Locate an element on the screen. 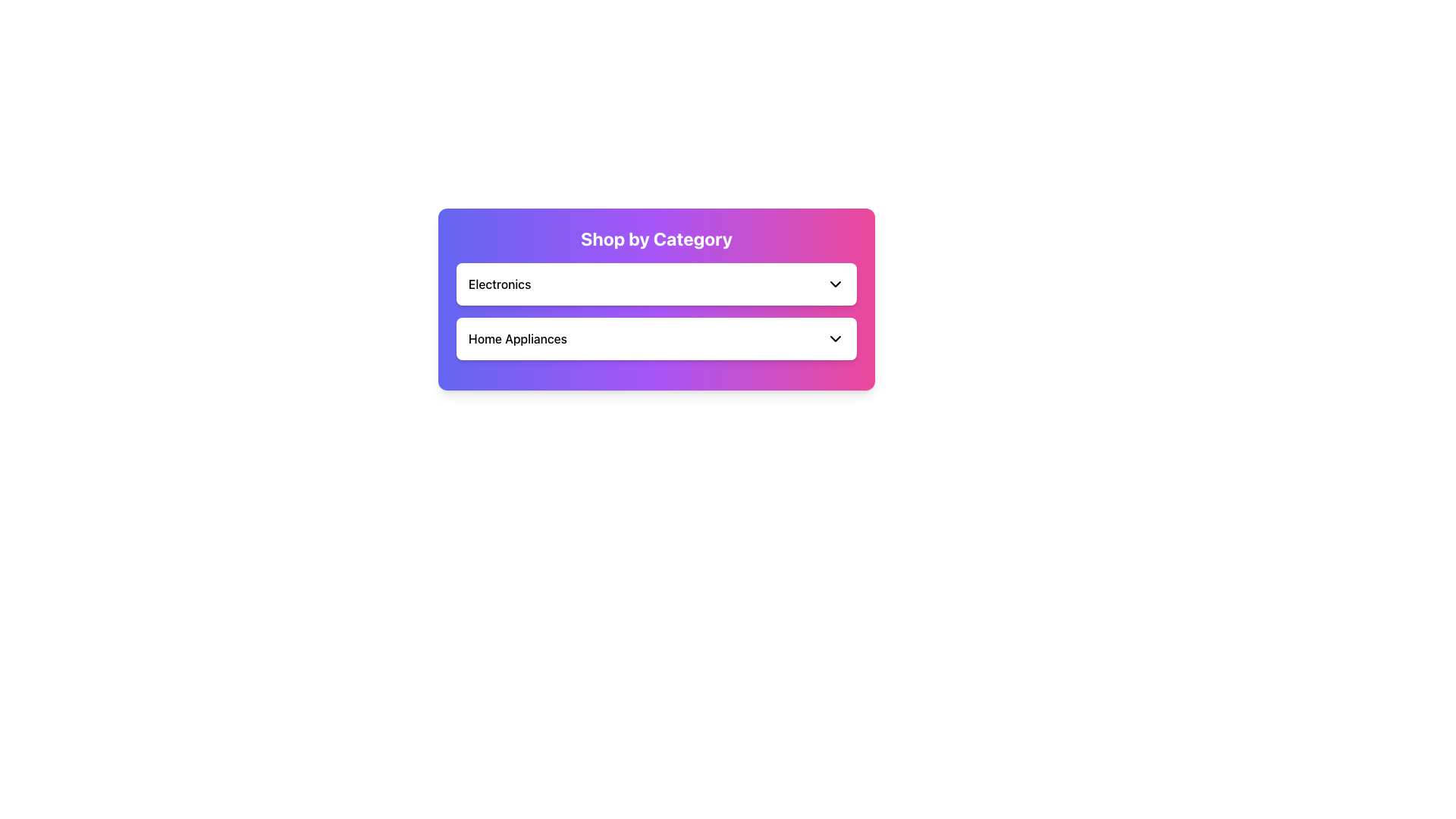  the 'Shop by Category' heading element, which is a large, bold text at the top of a gradient background panel transitioning from purple to pink is located at coordinates (656, 239).